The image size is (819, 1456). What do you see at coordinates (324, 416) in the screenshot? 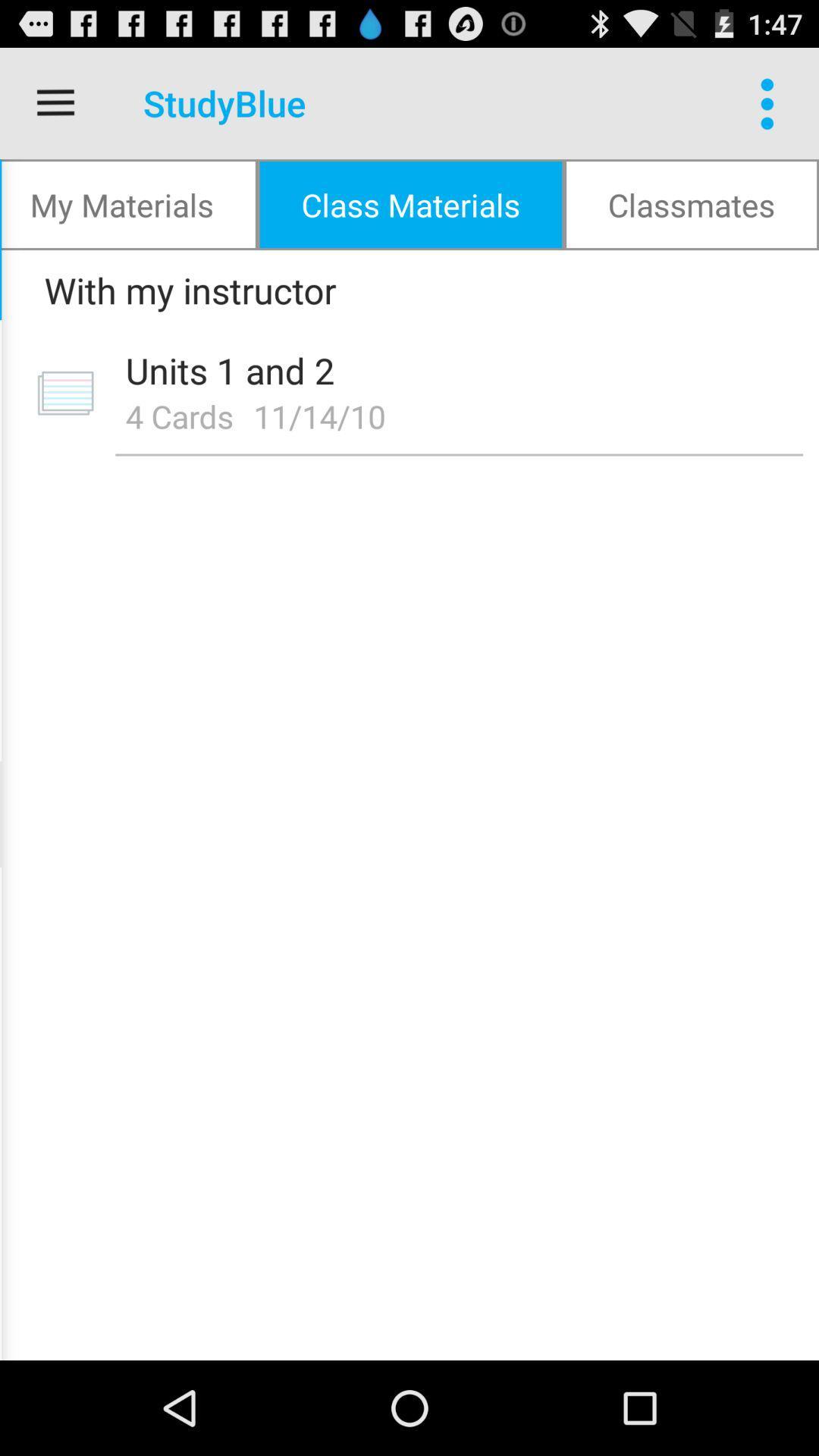
I see `the icon next to 4 cards item` at bounding box center [324, 416].